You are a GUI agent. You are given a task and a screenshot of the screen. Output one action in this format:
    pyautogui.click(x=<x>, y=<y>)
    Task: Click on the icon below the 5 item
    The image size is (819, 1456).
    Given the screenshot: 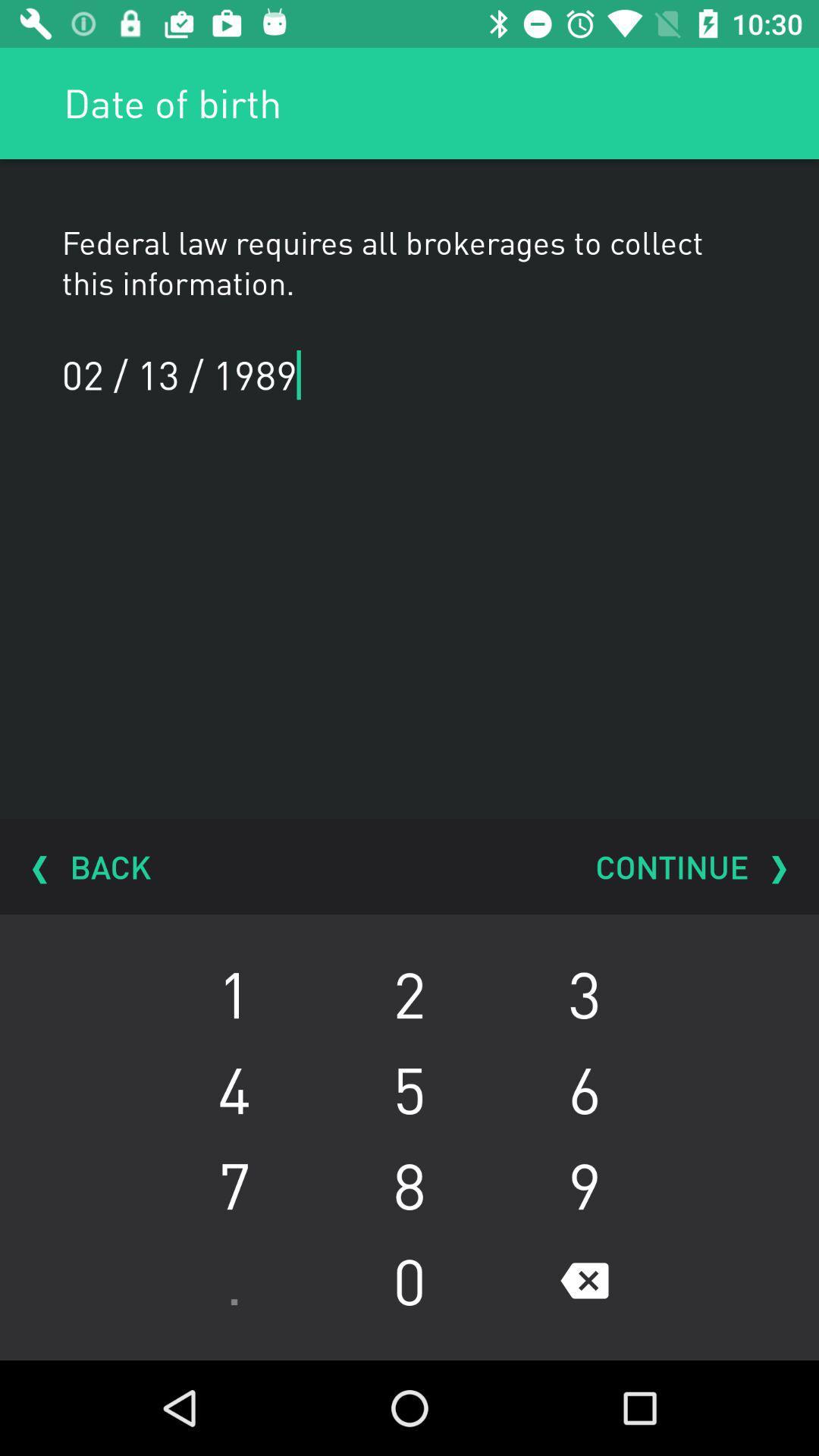 What is the action you would take?
    pyautogui.click(x=584, y=1185)
    